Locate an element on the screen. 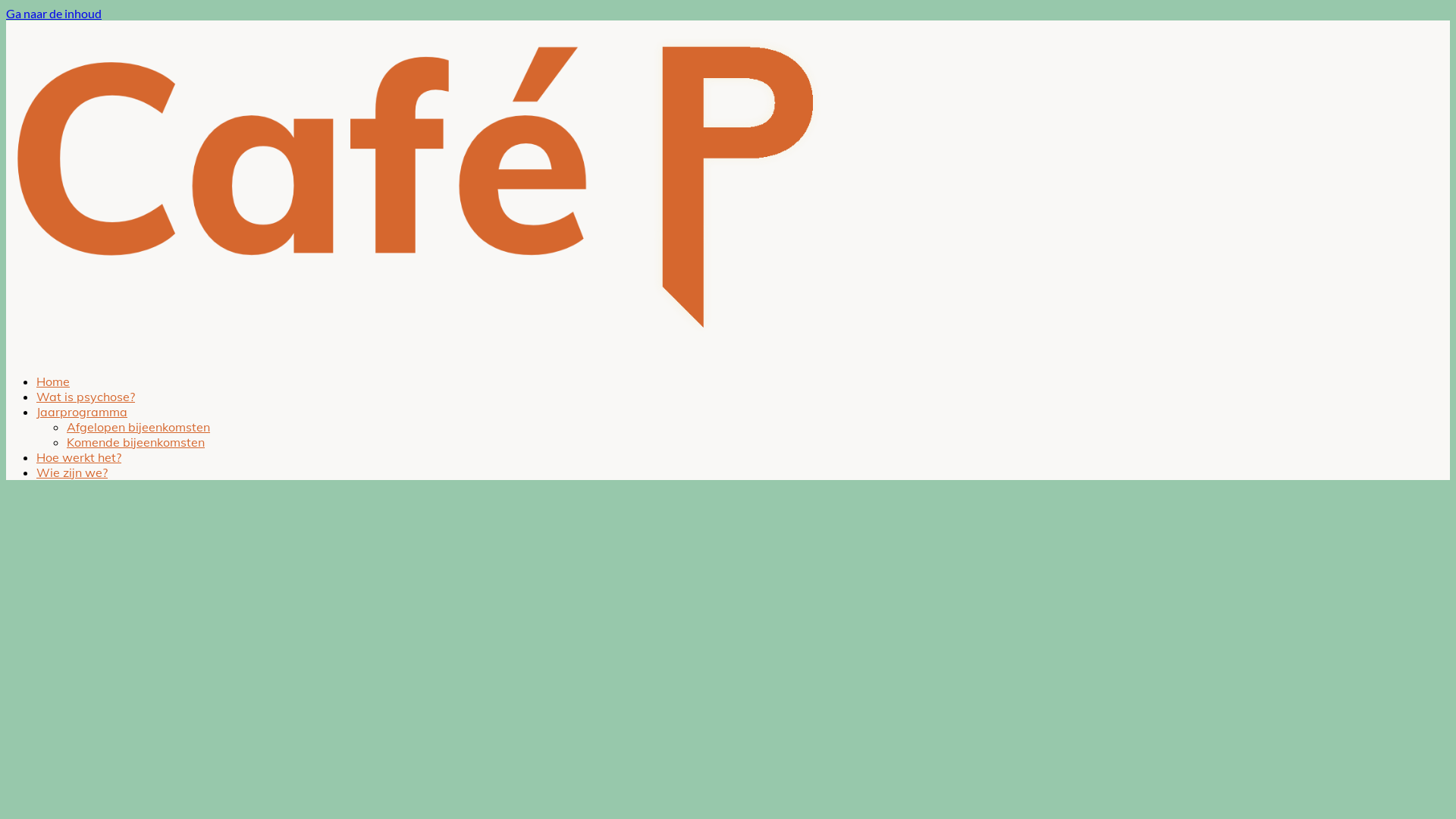 The image size is (1456, 819). 'Komende bijeenkomsten' is located at coordinates (135, 441).